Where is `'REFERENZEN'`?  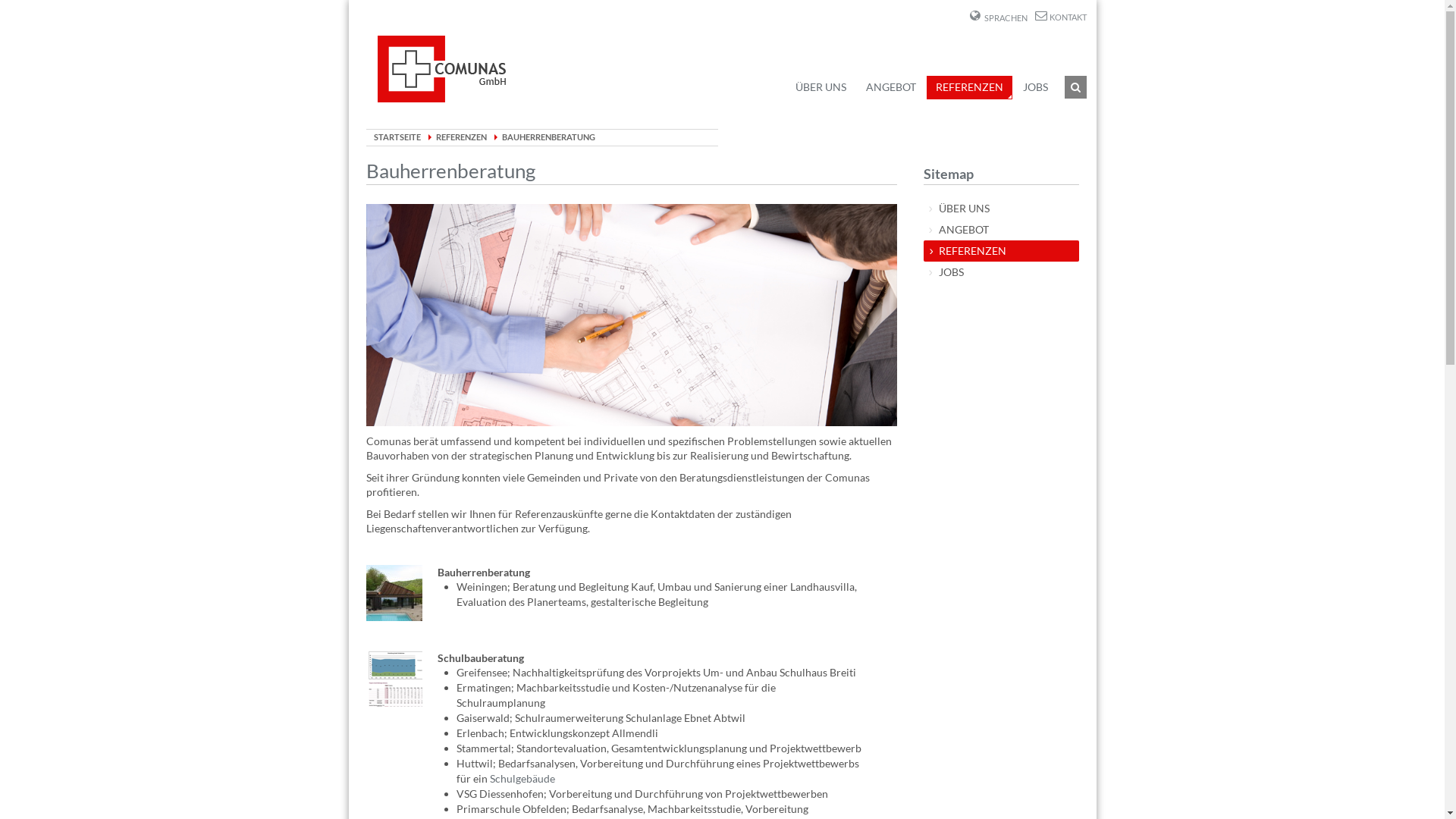 'REFERENZEN' is located at coordinates (460, 136).